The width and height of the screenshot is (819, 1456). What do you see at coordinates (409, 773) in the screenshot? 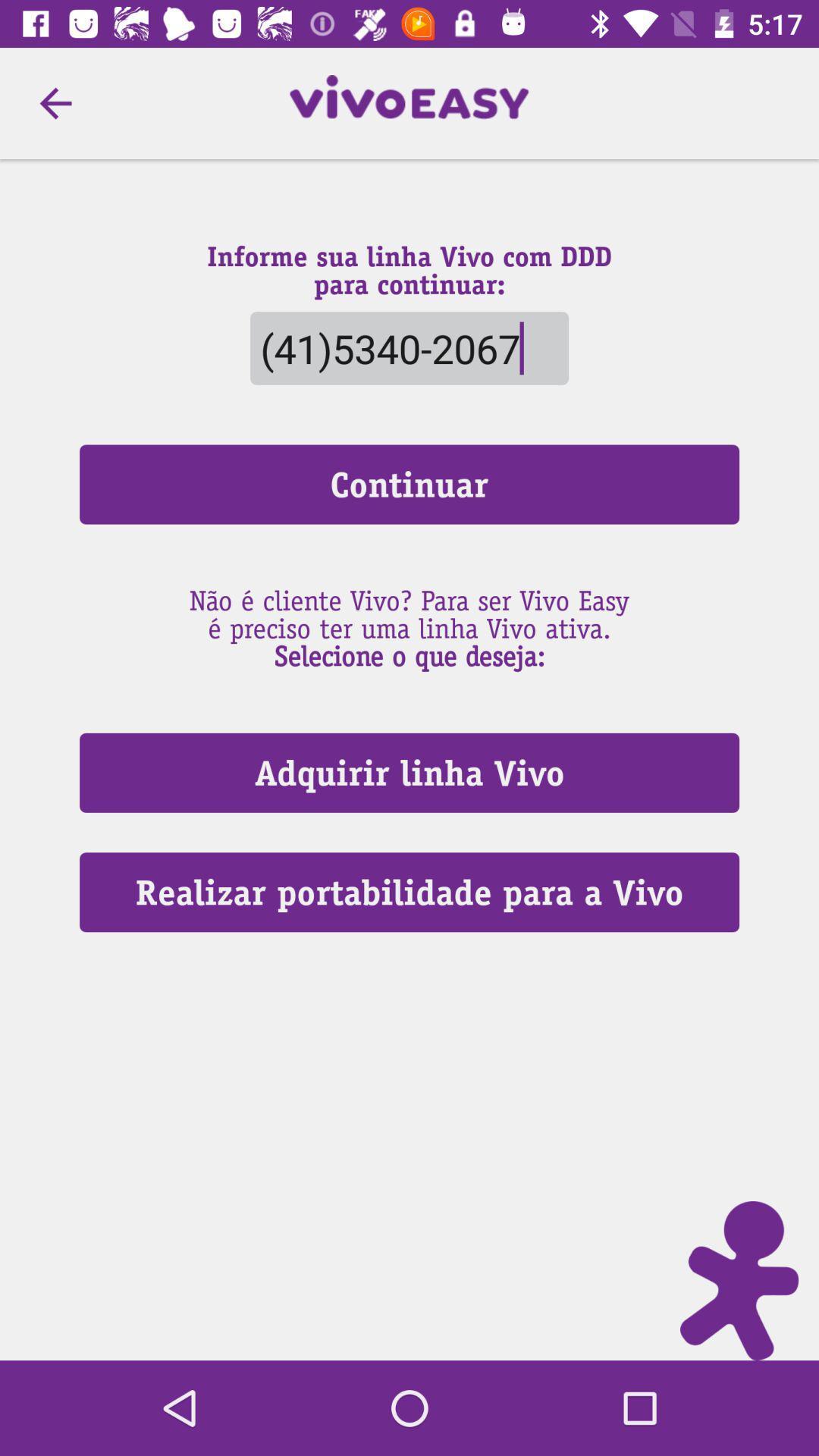
I see `the adquirir linha vivo icon` at bounding box center [409, 773].